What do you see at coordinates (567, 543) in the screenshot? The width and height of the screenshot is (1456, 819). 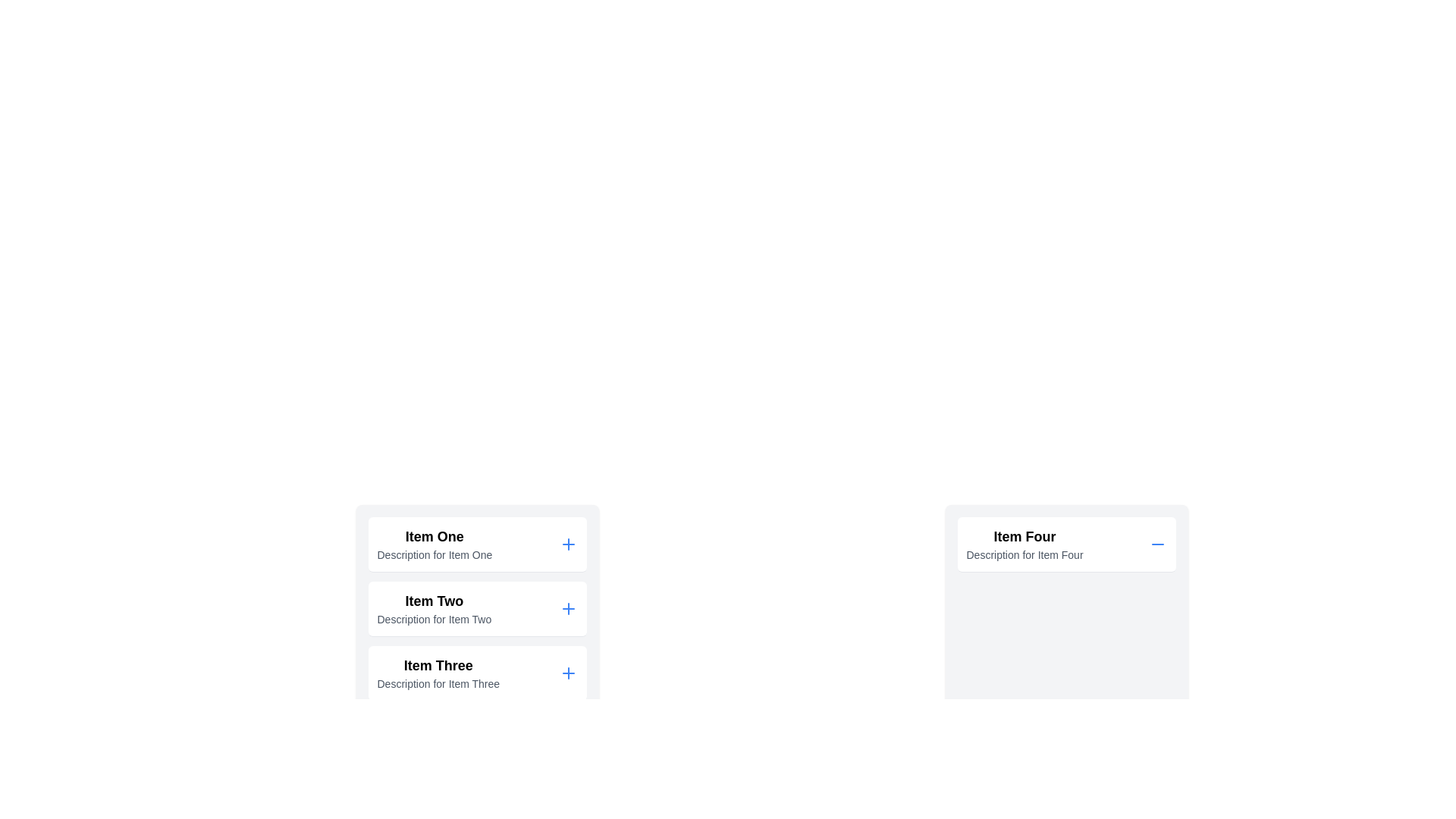 I see `the plus button next to Item One in the source list to transfer it to the target list` at bounding box center [567, 543].